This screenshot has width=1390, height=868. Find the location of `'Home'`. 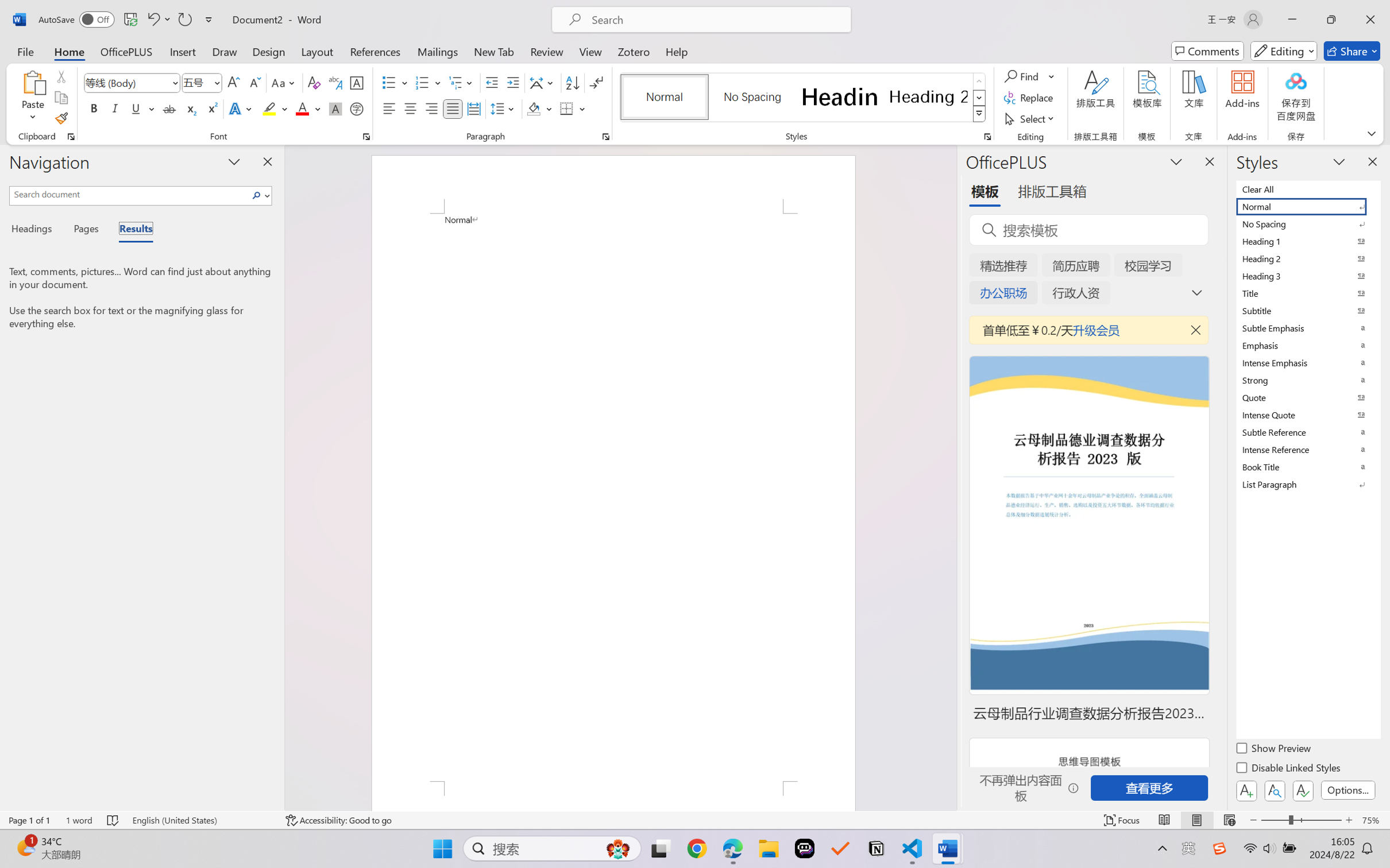

'Home' is located at coordinates (69, 51).